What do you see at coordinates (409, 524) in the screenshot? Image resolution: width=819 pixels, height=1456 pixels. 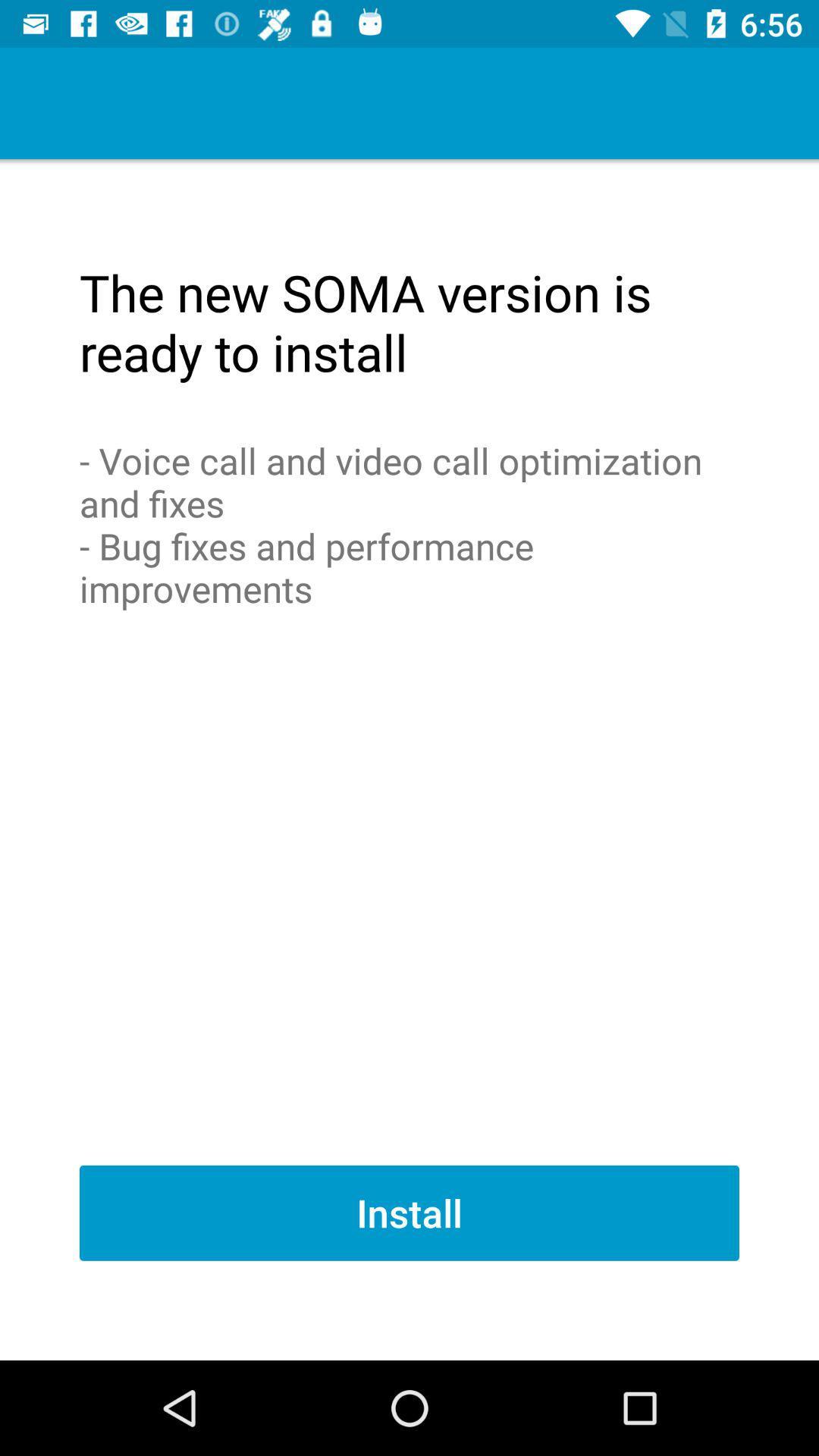 I see `item below the the new soma` at bounding box center [409, 524].